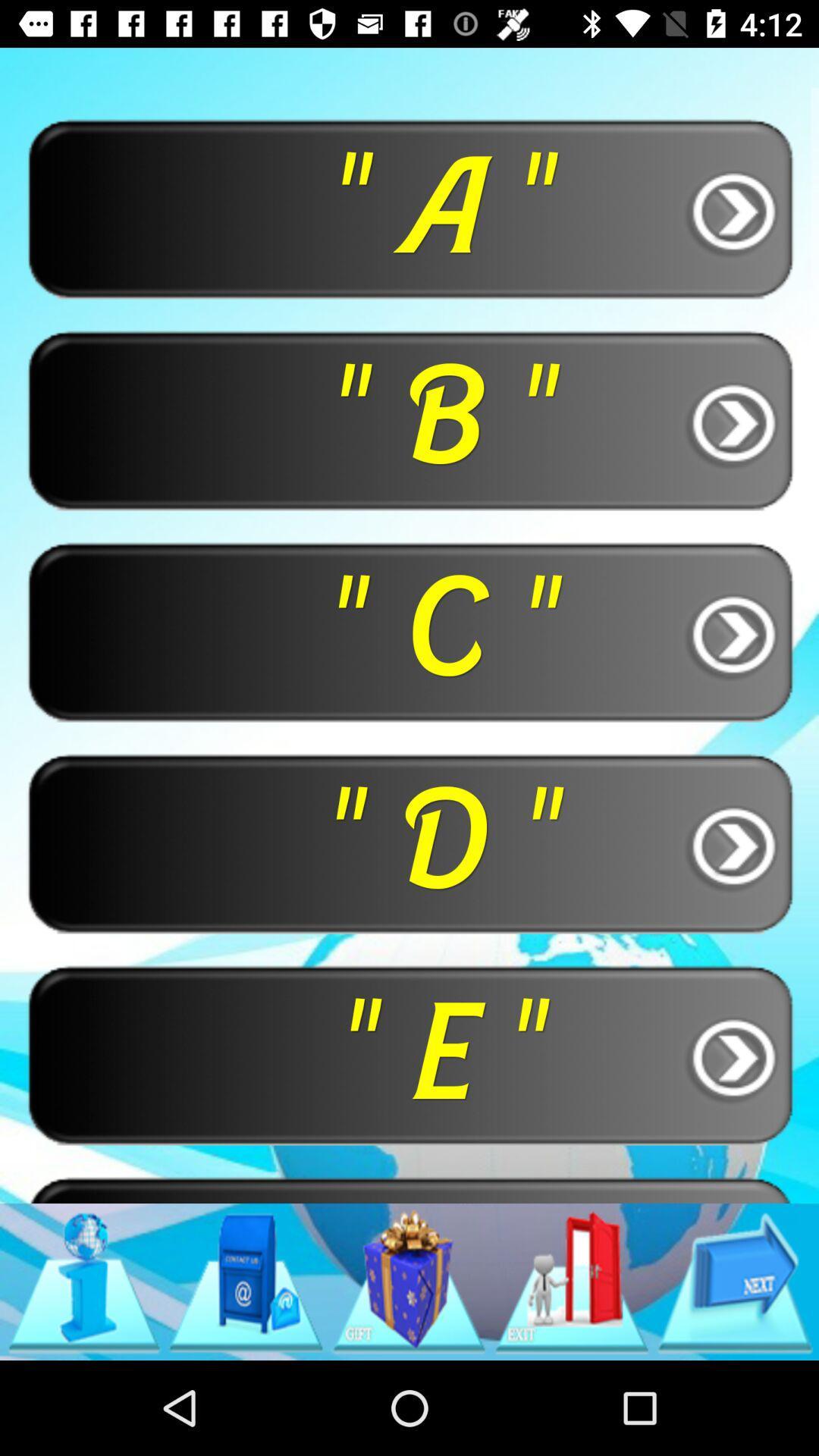 This screenshot has width=819, height=1456. What do you see at coordinates (734, 1281) in the screenshot?
I see `the arrow_forward icon` at bounding box center [734, 1281].